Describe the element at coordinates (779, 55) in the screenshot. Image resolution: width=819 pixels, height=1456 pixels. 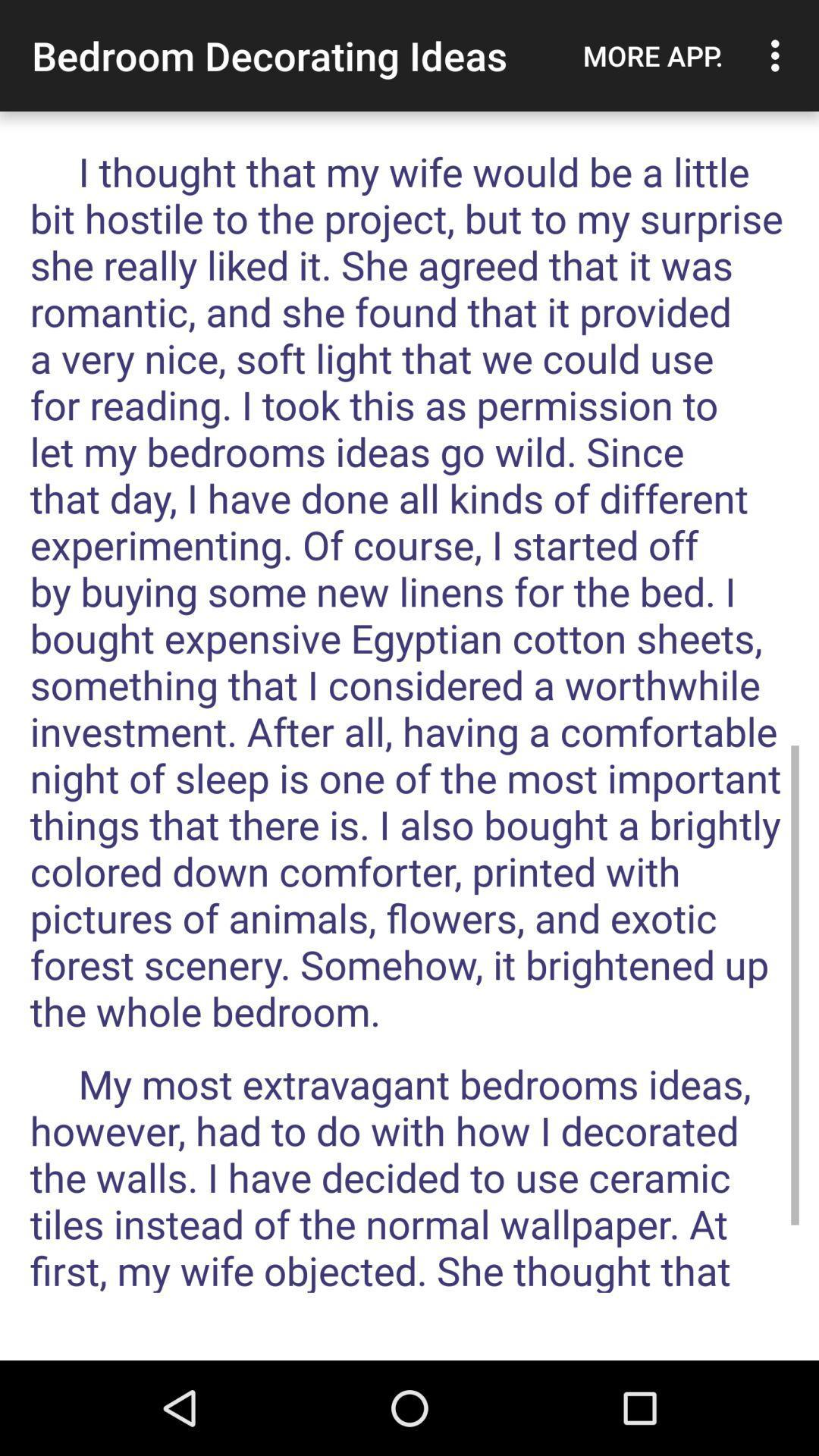
I see `the icon above the i thought that` at that location.